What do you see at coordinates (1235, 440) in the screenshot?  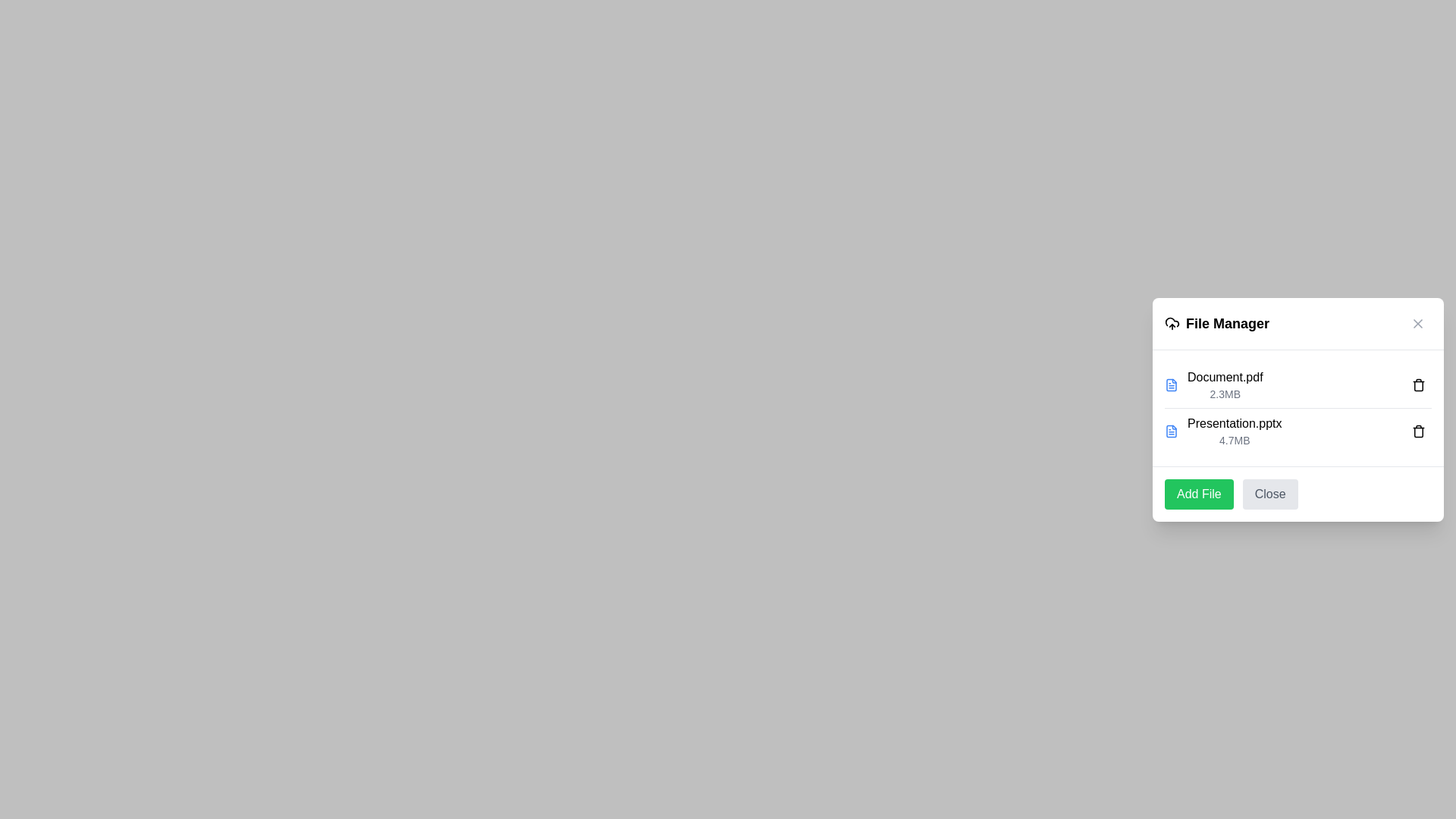 I see `text content of the file size label displaying '4.7MB', which is styled in a gray and small font, located under the file name 'Presentation.pptx' in the file manager interface` at bounding box center [1235, 440].